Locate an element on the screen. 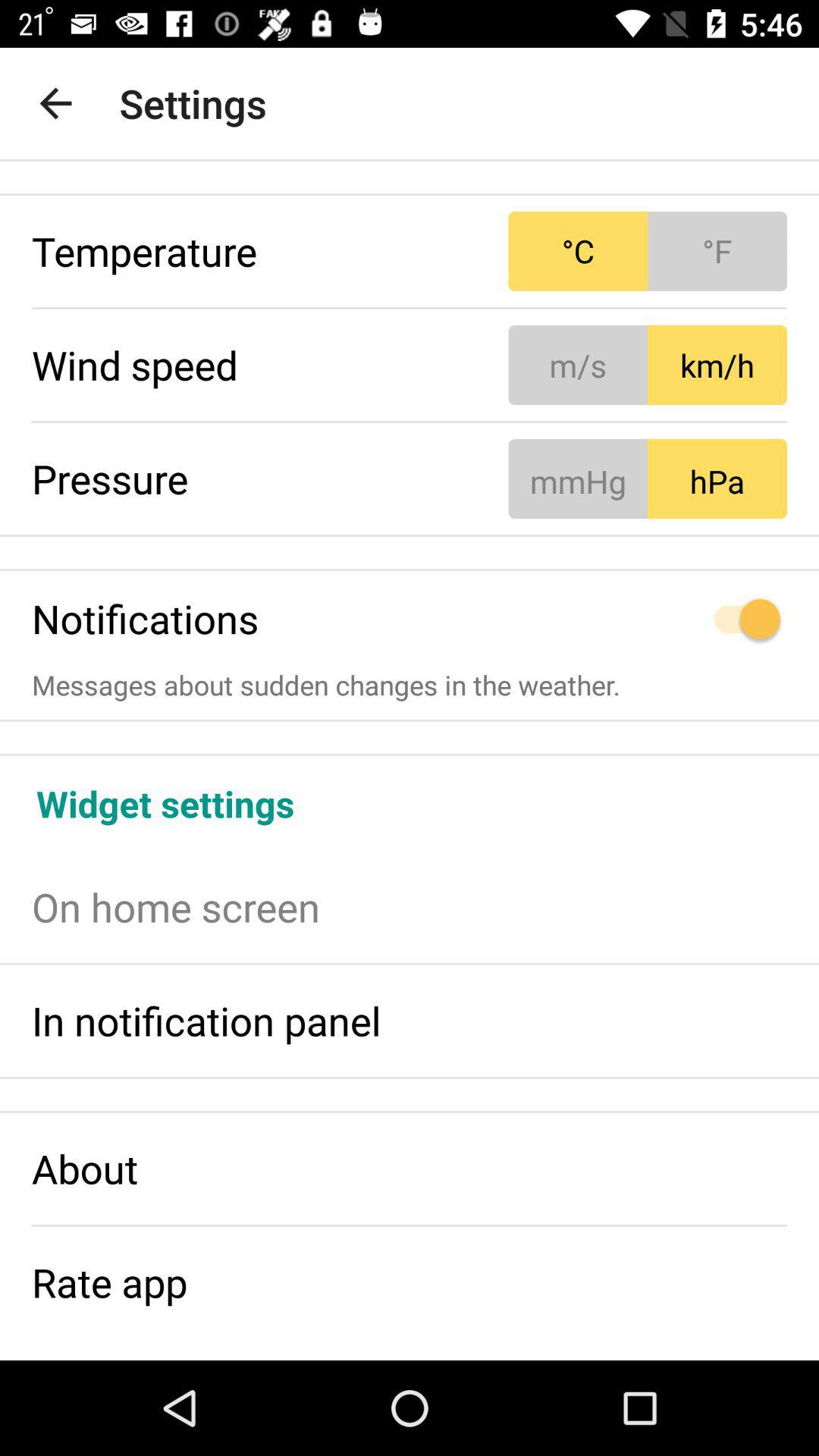 The height and width of the screenshot is (1456, 819). item next to the temperature icon is located at coordinates (648, 251).